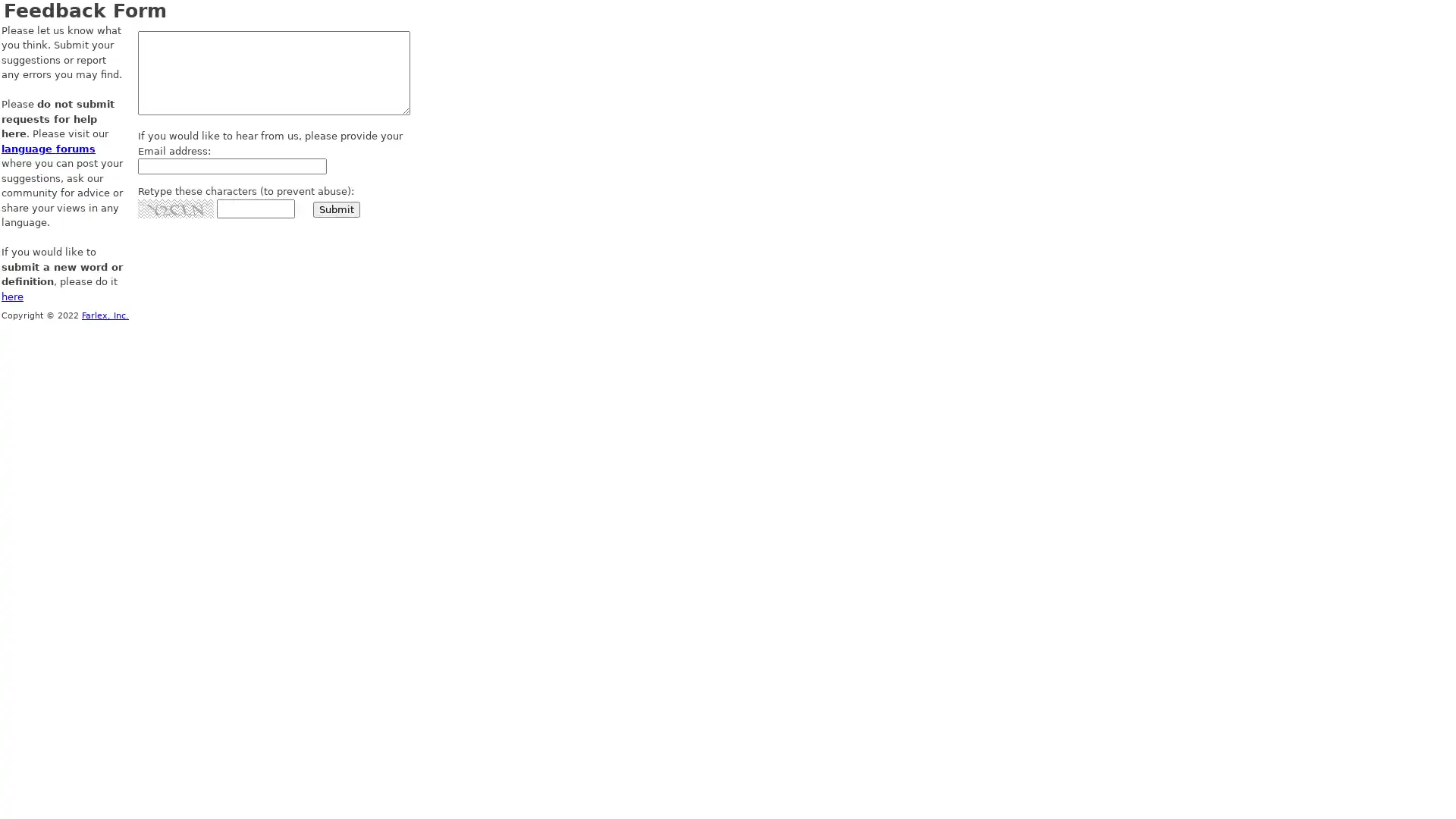 The image size is (1456, 819). What do you see at coordinates (336, 209) in the screenshot?
I see `Submit` at bounding box center [336, 209].